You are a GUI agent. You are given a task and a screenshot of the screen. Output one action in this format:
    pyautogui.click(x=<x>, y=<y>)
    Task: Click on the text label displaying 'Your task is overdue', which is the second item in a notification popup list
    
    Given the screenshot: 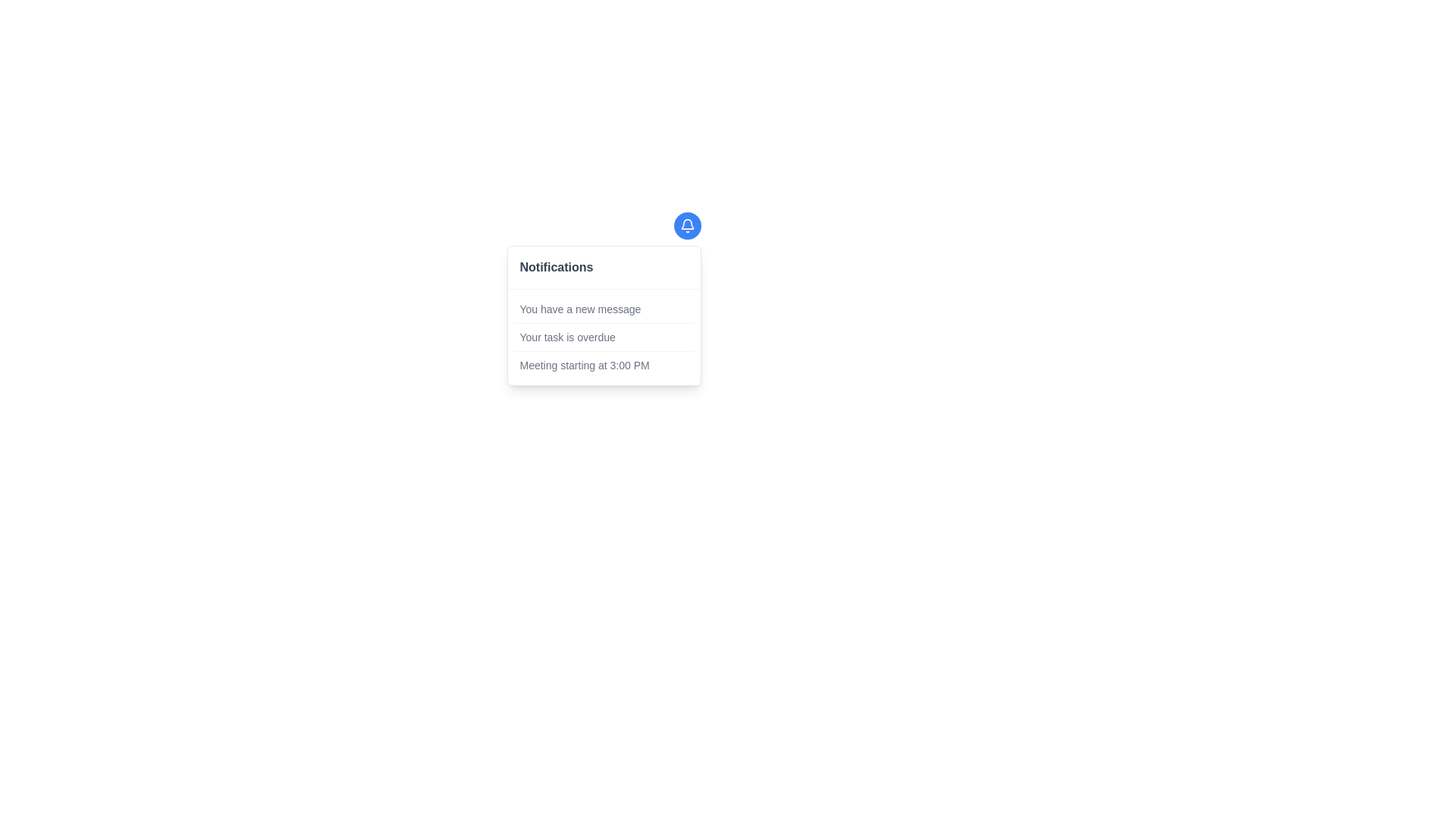 What is the action you would take?
    pyautogui.click(x=566, y=336)
    